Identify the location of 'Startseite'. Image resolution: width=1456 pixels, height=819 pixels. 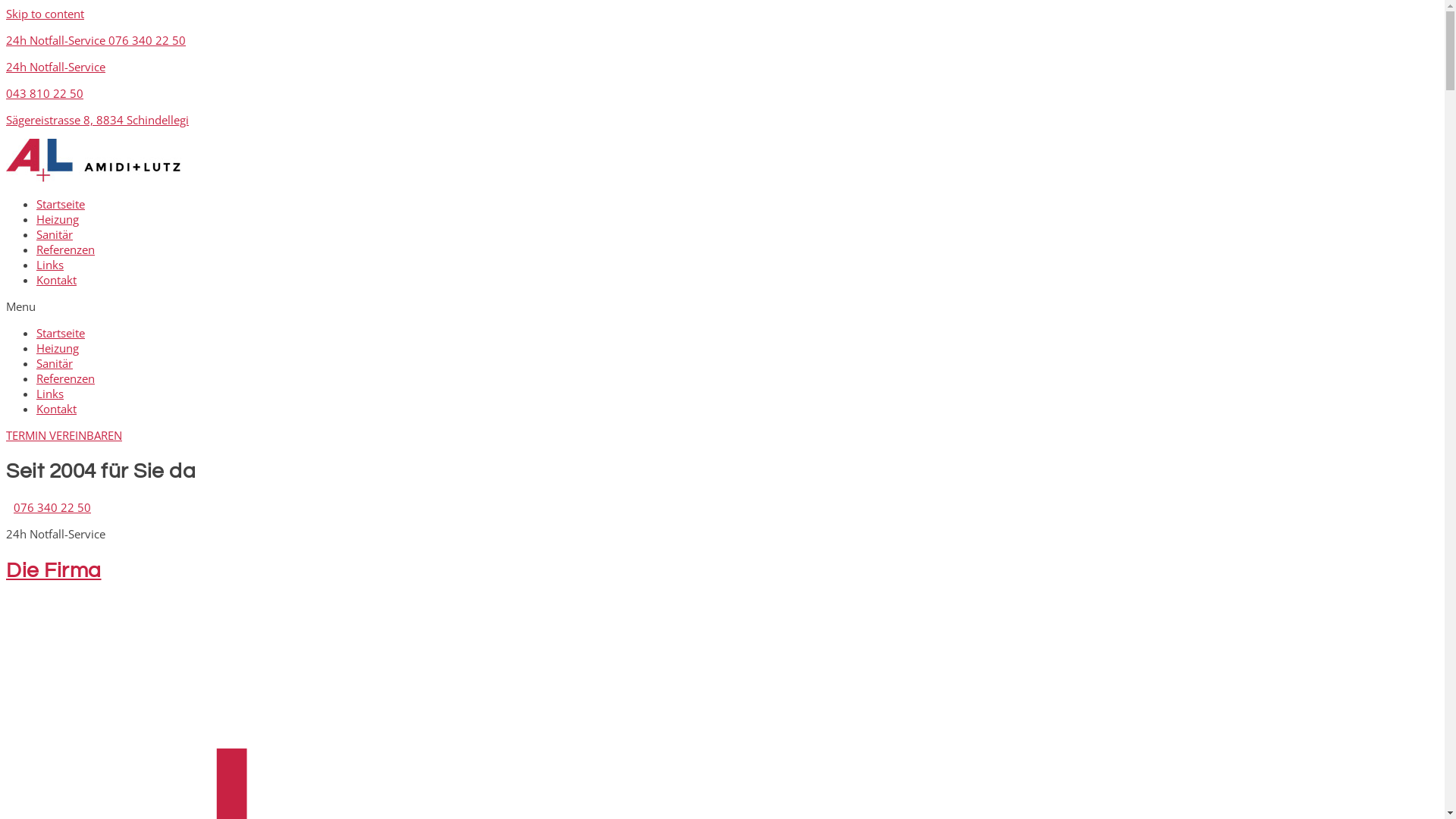
(61, 203).